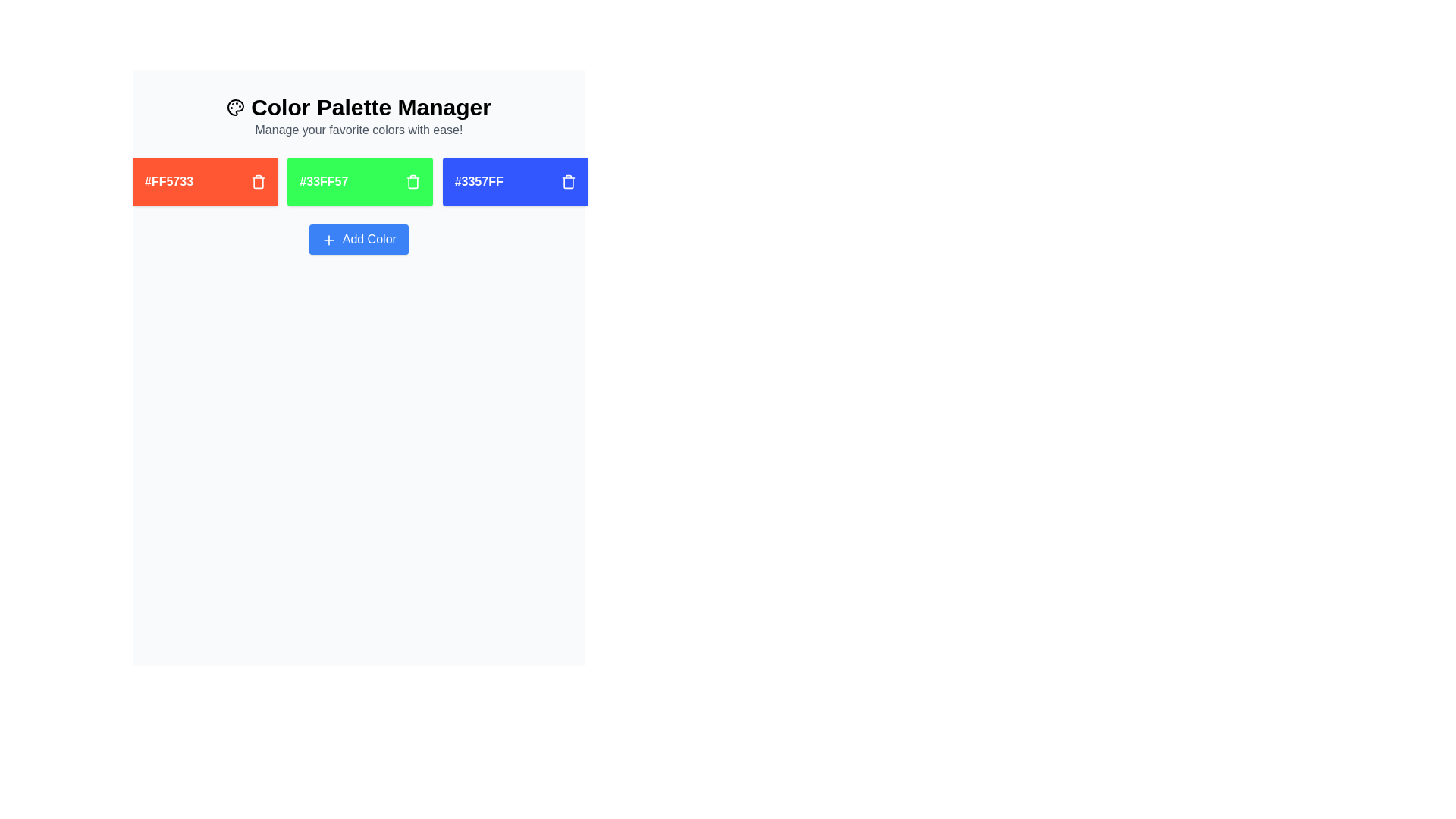 This screenshot has width=1456, height=819. What do you see at coordinates (358, 180) in the screenshot?
I see `the bright green card displaying '#33FF57' in bold white font, located between the red and blue cards in the Color Palette Manager grid` at bounding box center [358, 180].